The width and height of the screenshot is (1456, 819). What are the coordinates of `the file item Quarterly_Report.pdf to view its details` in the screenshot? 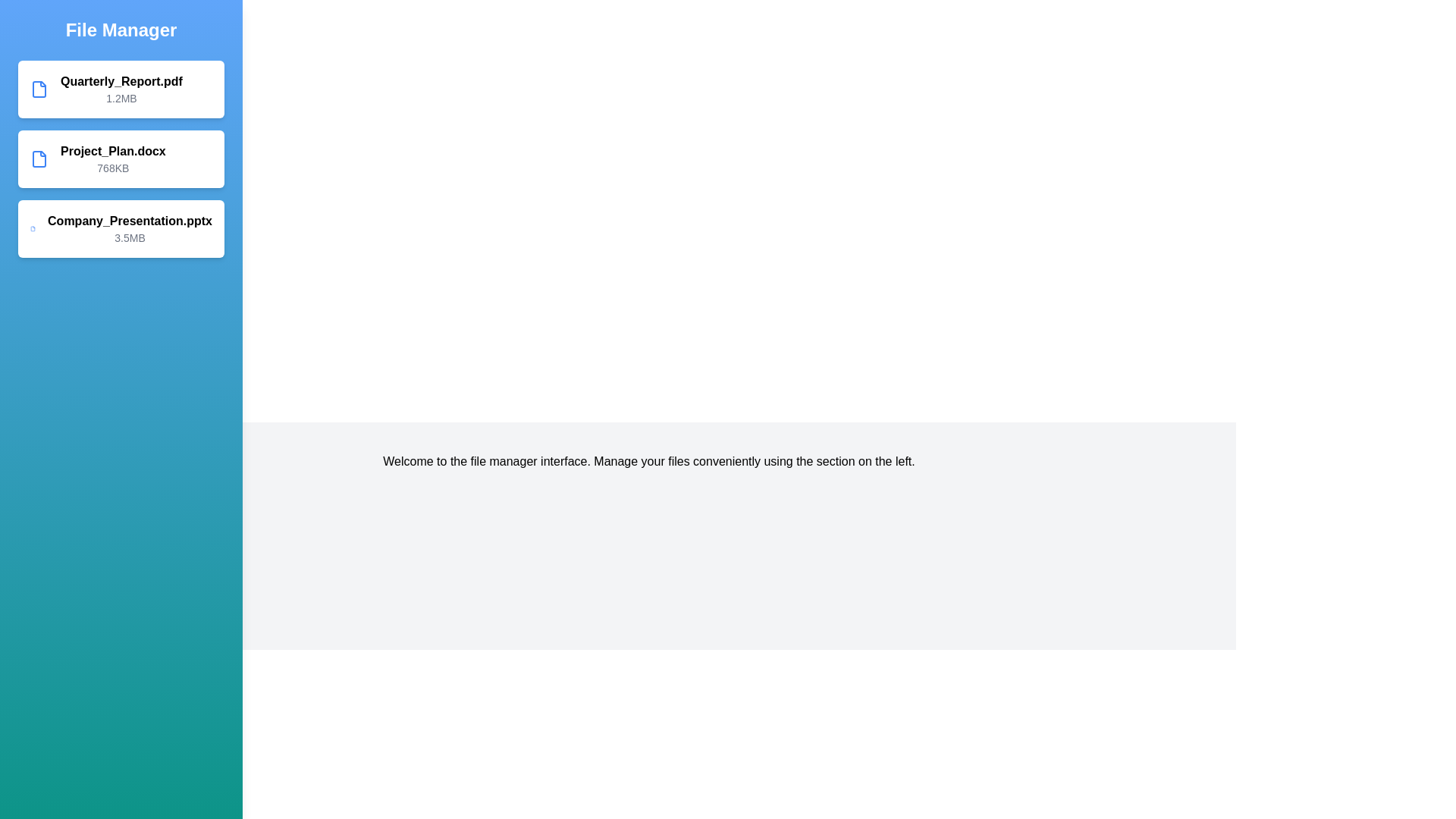 It's located at (120, 89).